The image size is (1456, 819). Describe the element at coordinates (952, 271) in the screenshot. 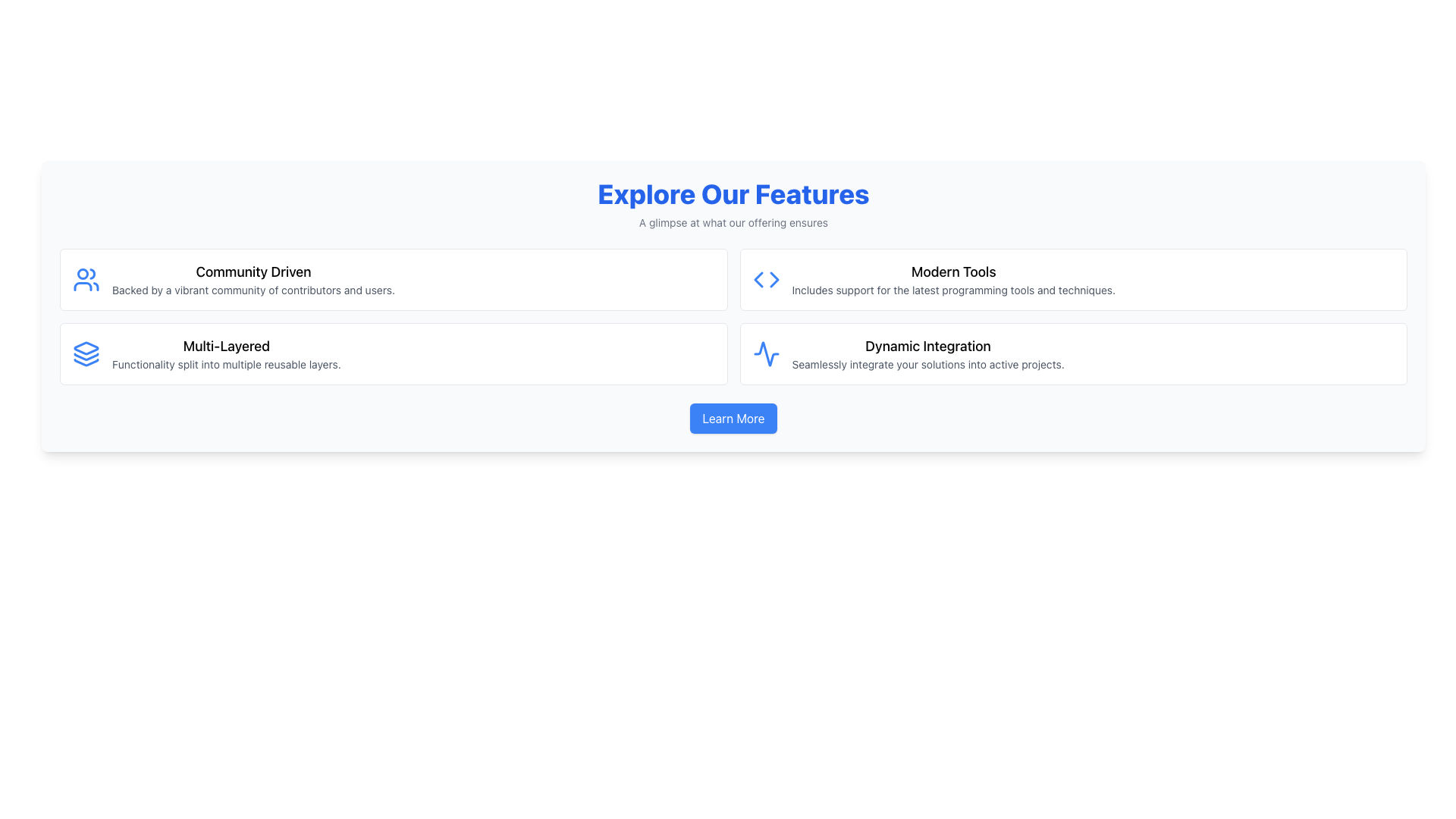

I see `the text label reading 'Modern Tools', which is styled with a larger font size and bold weight, positioned in a white rectangular area in the upper right quadrant of the interface` at that location.